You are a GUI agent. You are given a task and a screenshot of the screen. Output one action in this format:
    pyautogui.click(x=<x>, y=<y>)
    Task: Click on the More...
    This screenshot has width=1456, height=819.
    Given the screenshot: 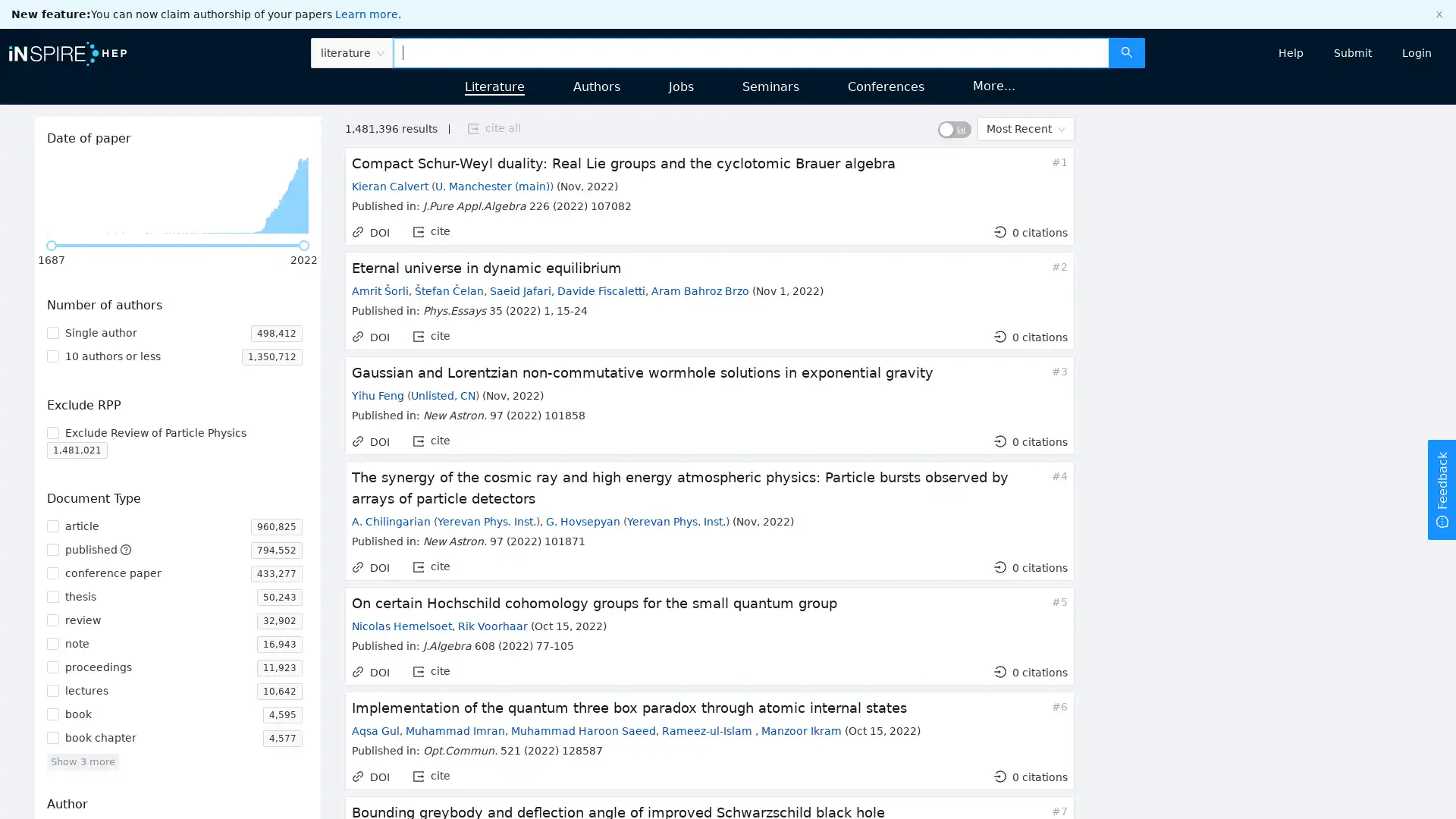 What is the action you would take?
    pyautogui.click(x=993, y=85)
    